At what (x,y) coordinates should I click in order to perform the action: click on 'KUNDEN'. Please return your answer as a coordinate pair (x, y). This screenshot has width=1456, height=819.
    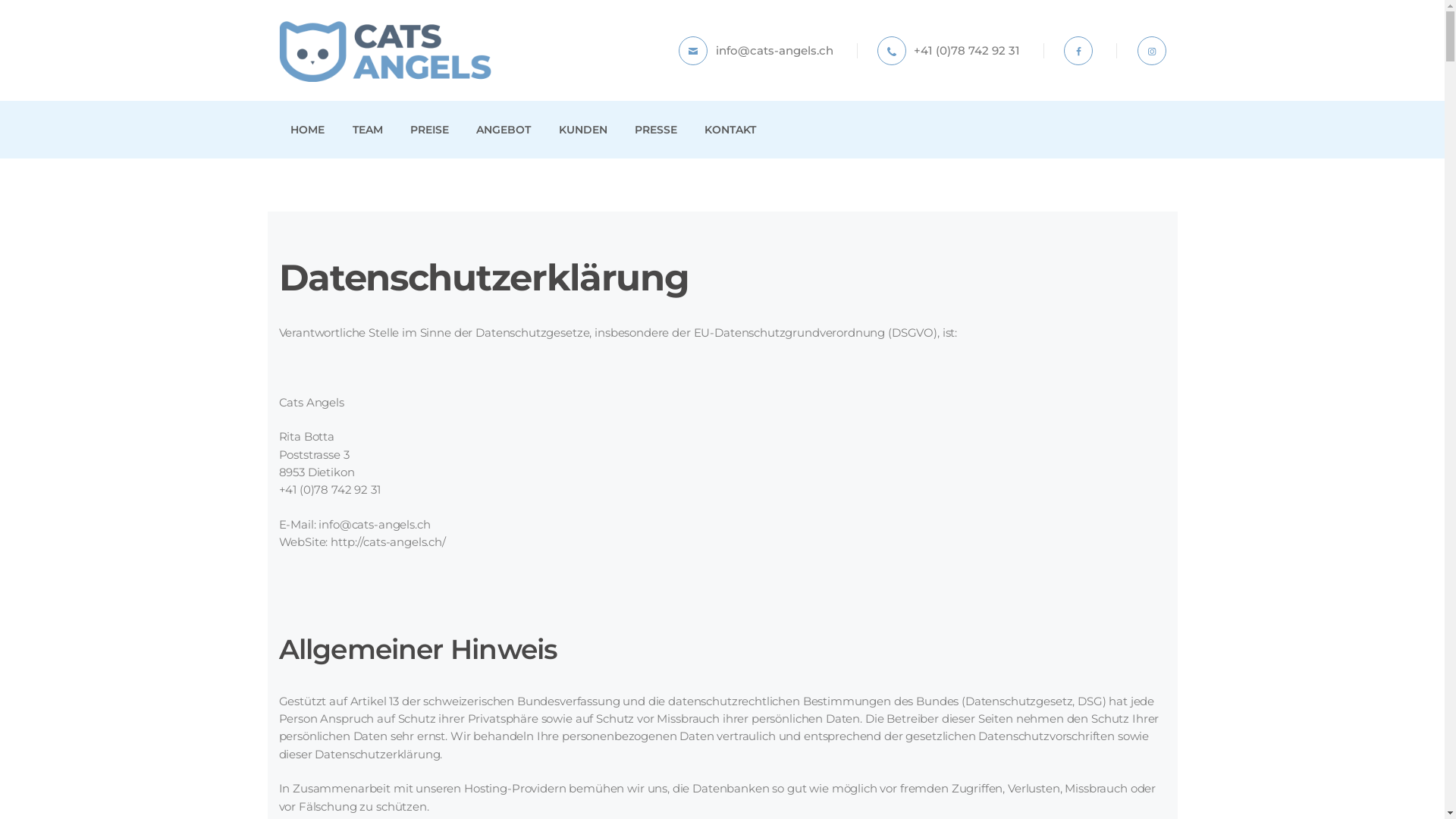
    Looking at the image, I should click on (582, 128).